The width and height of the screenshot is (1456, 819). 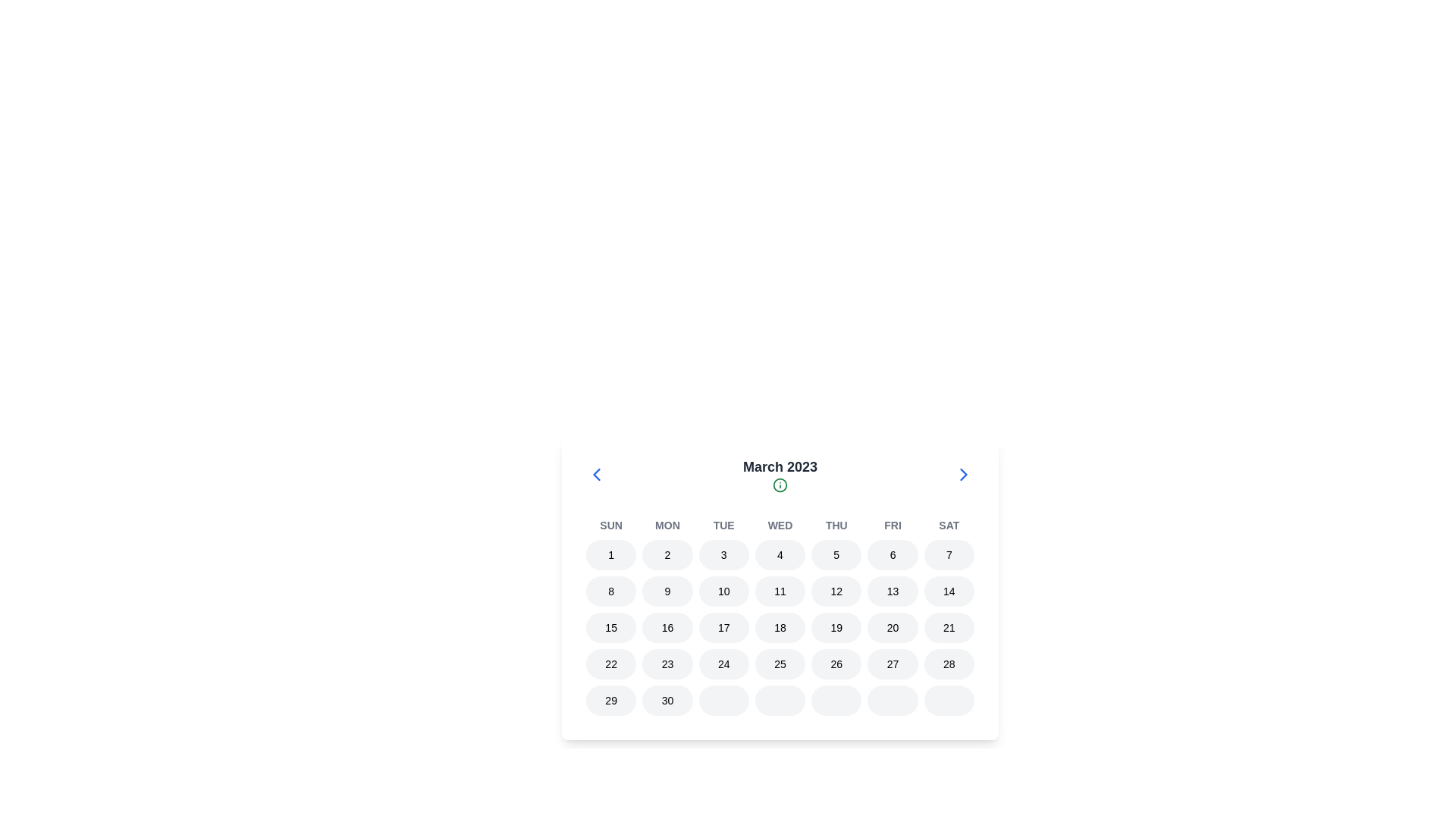 I want to click on the seventh button, so click(x=836, y=701).